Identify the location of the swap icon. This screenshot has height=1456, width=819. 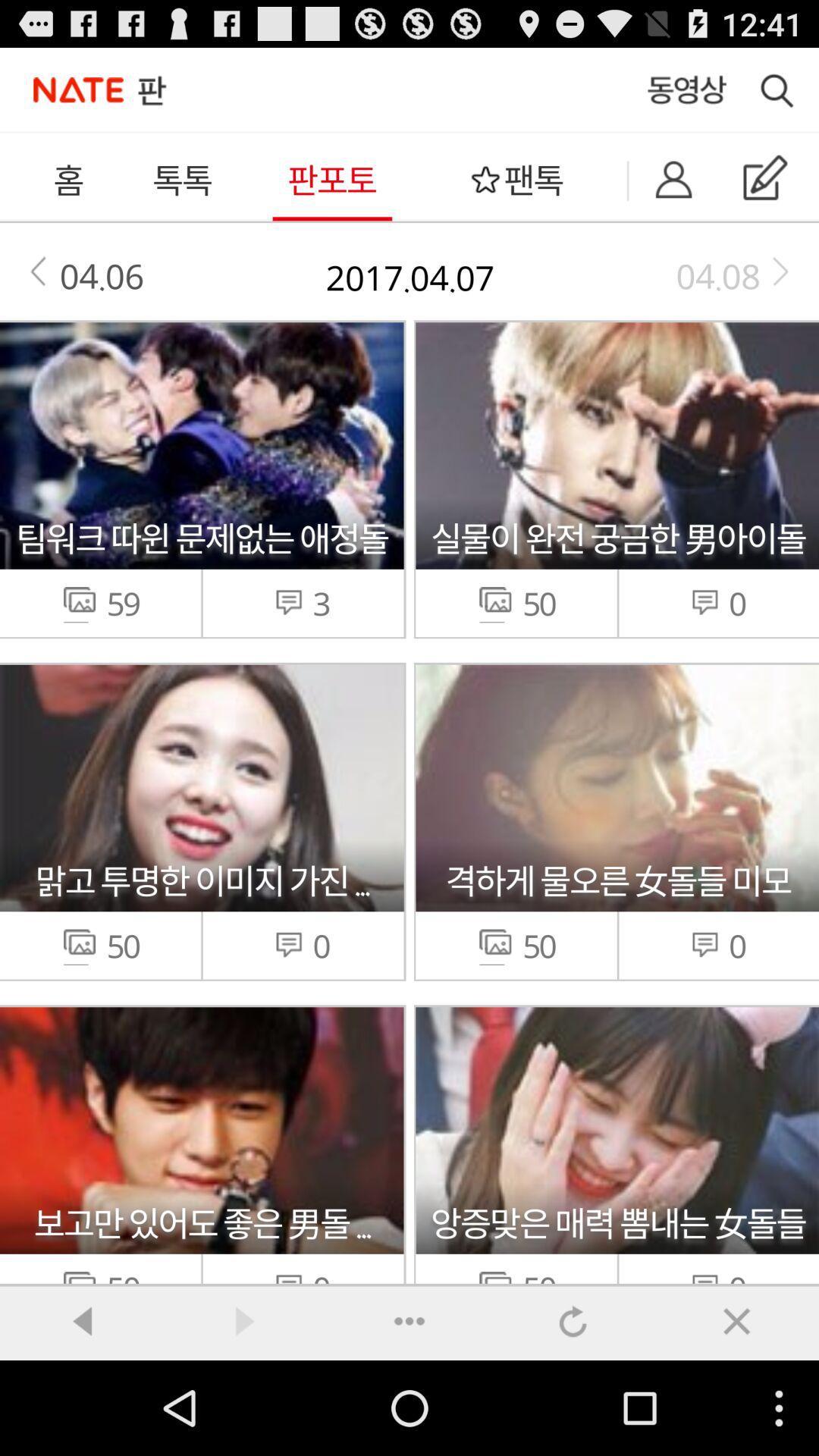
(573, 1413).